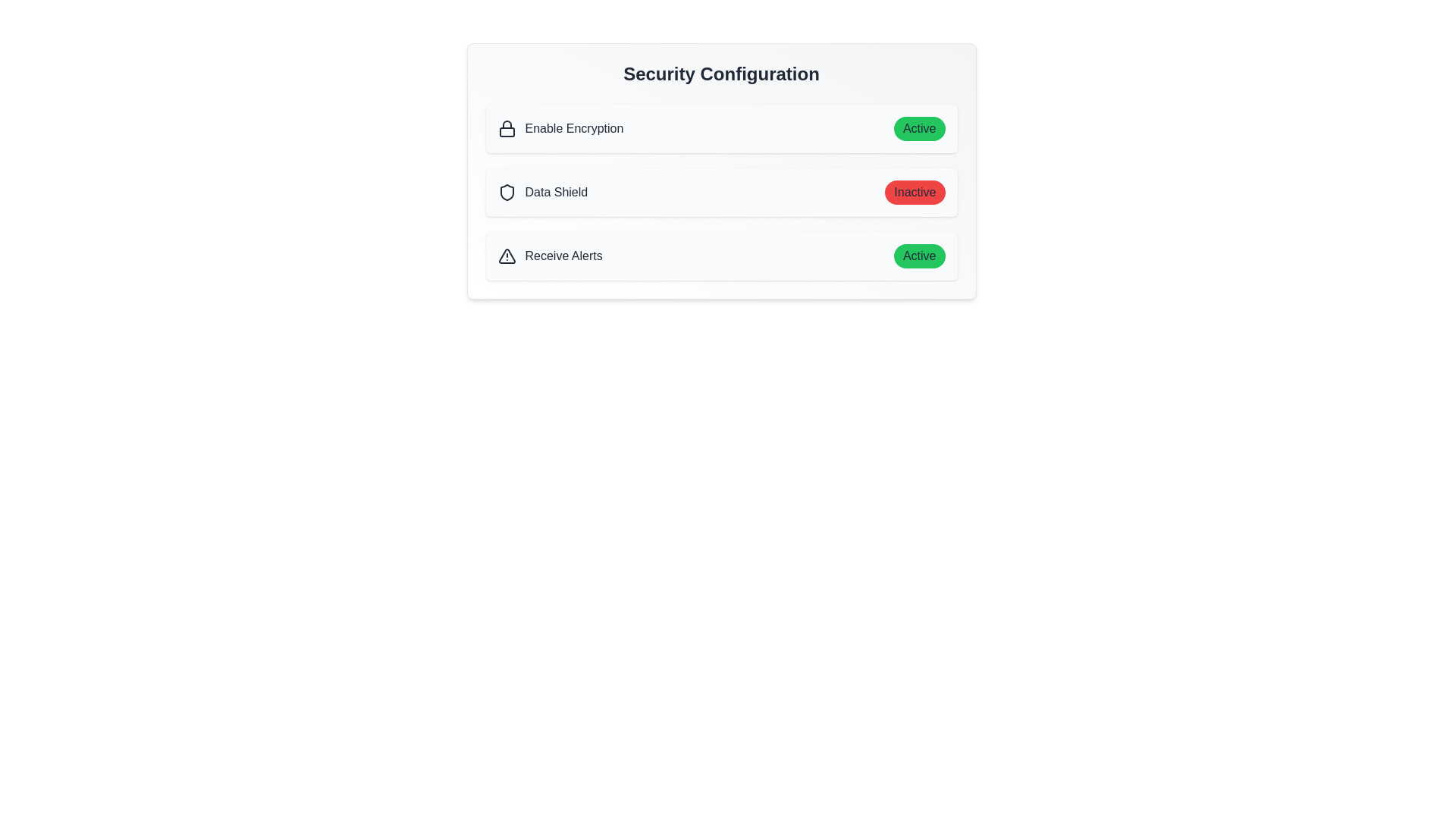 The image size is (1456, 819). What do you see at coordinates (563, 256) in the screenshot?
I see `the 'Receive Alerts' text label that identifies the security configuration option, which is positioned in the third item of the list under 'Security Configuration'` at bounding box center [563, 256].